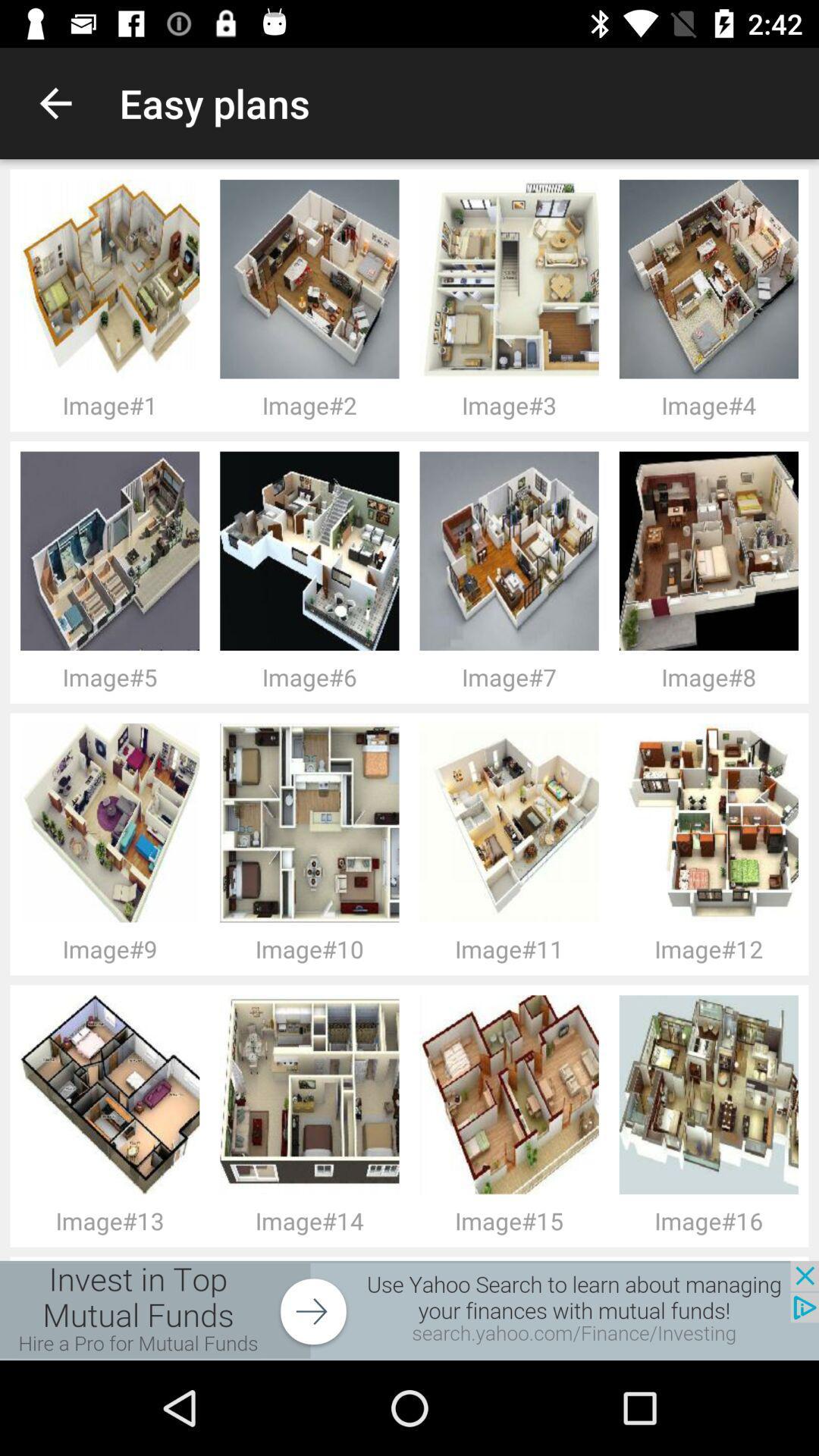 The height and width of the screenshot is (1456, 819). What do you see at coordinates (114, 550) in the screenshot?
I see `the second image in first row` at bounding box center [114, 550].